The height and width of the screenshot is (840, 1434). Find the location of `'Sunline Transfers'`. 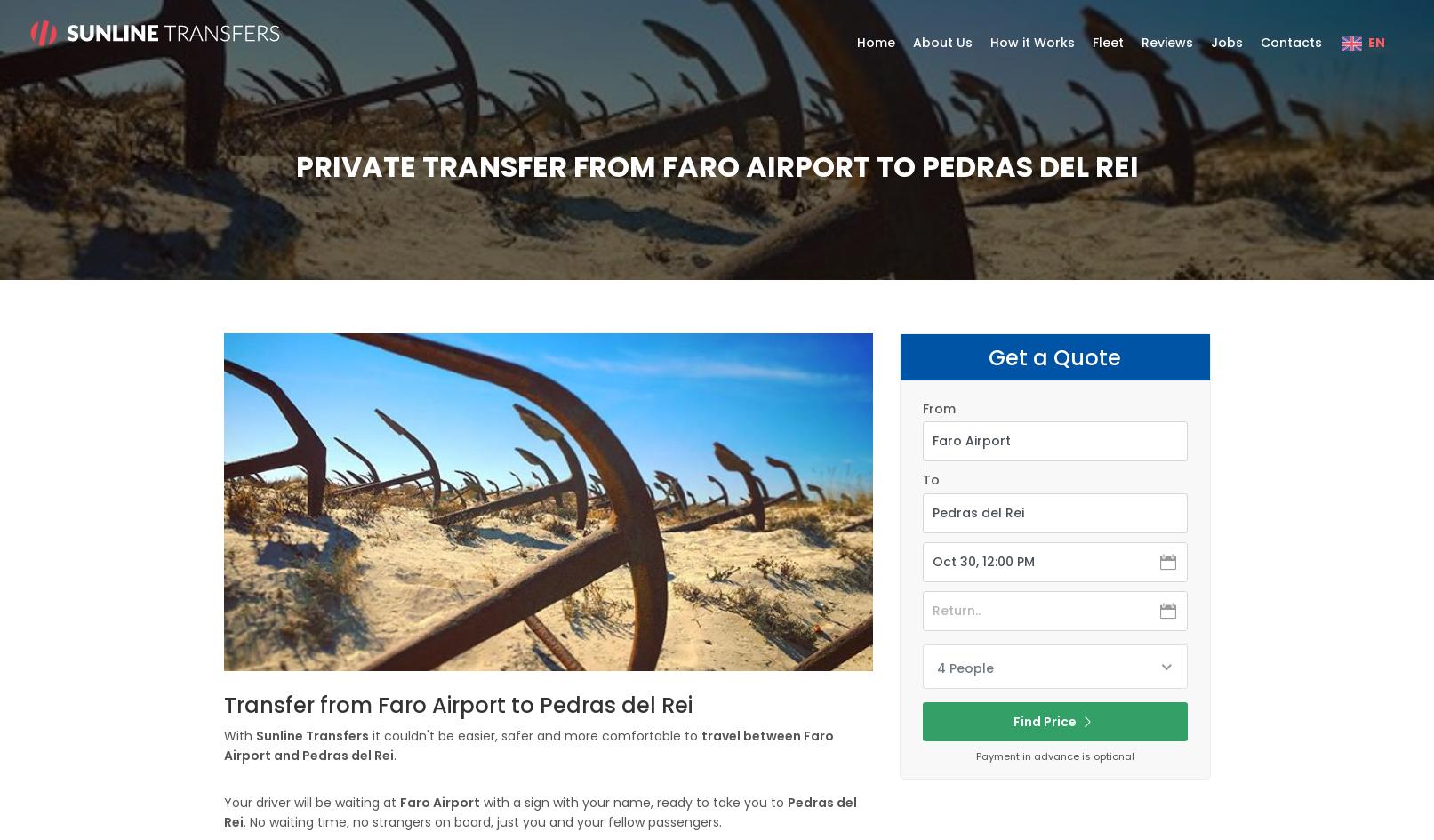

'Sunline Transfers' is located at coordinates (311, 734).